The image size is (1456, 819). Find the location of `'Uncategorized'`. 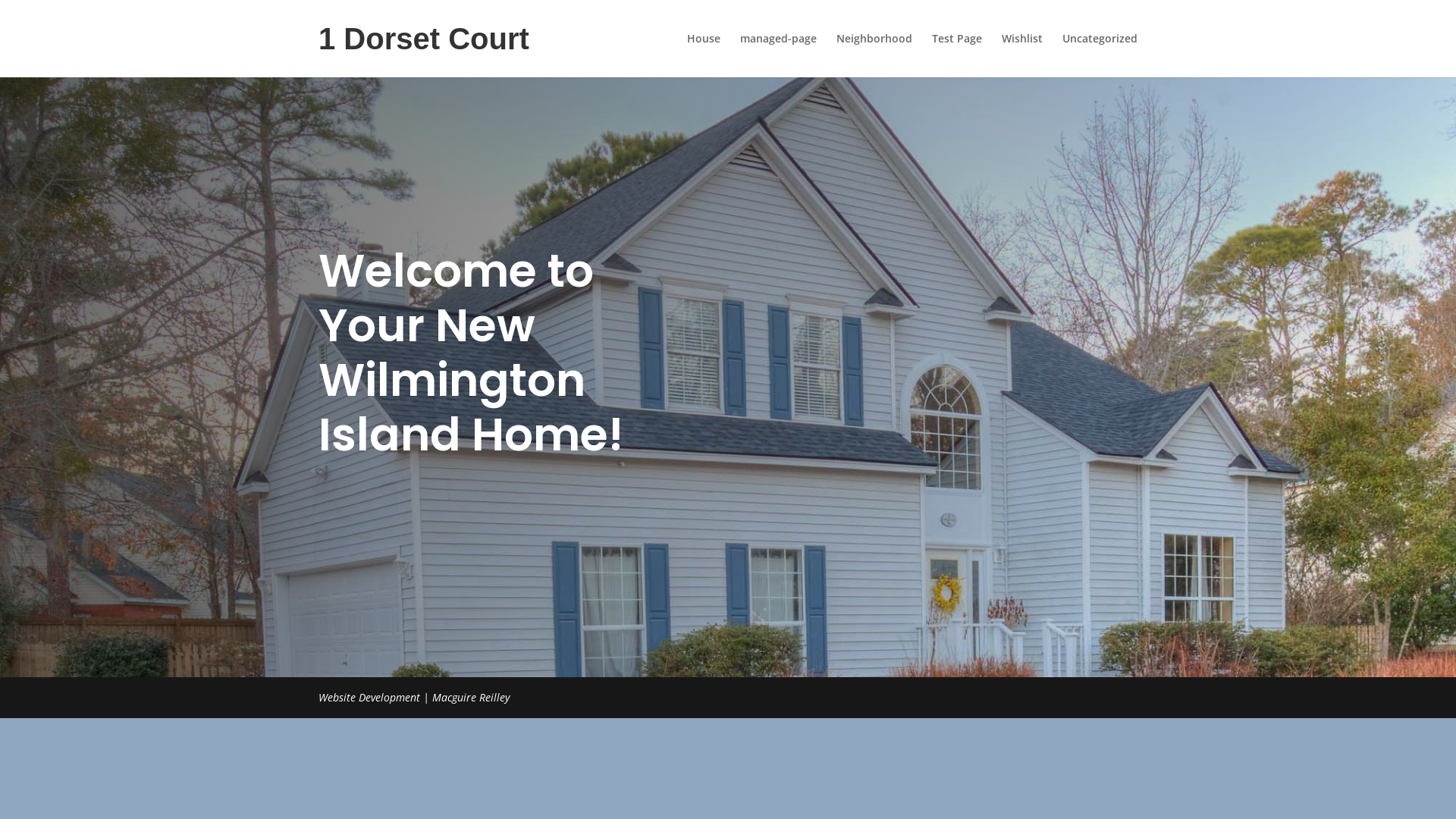

'Uncategorized' is located at coordinates (1100, 55).